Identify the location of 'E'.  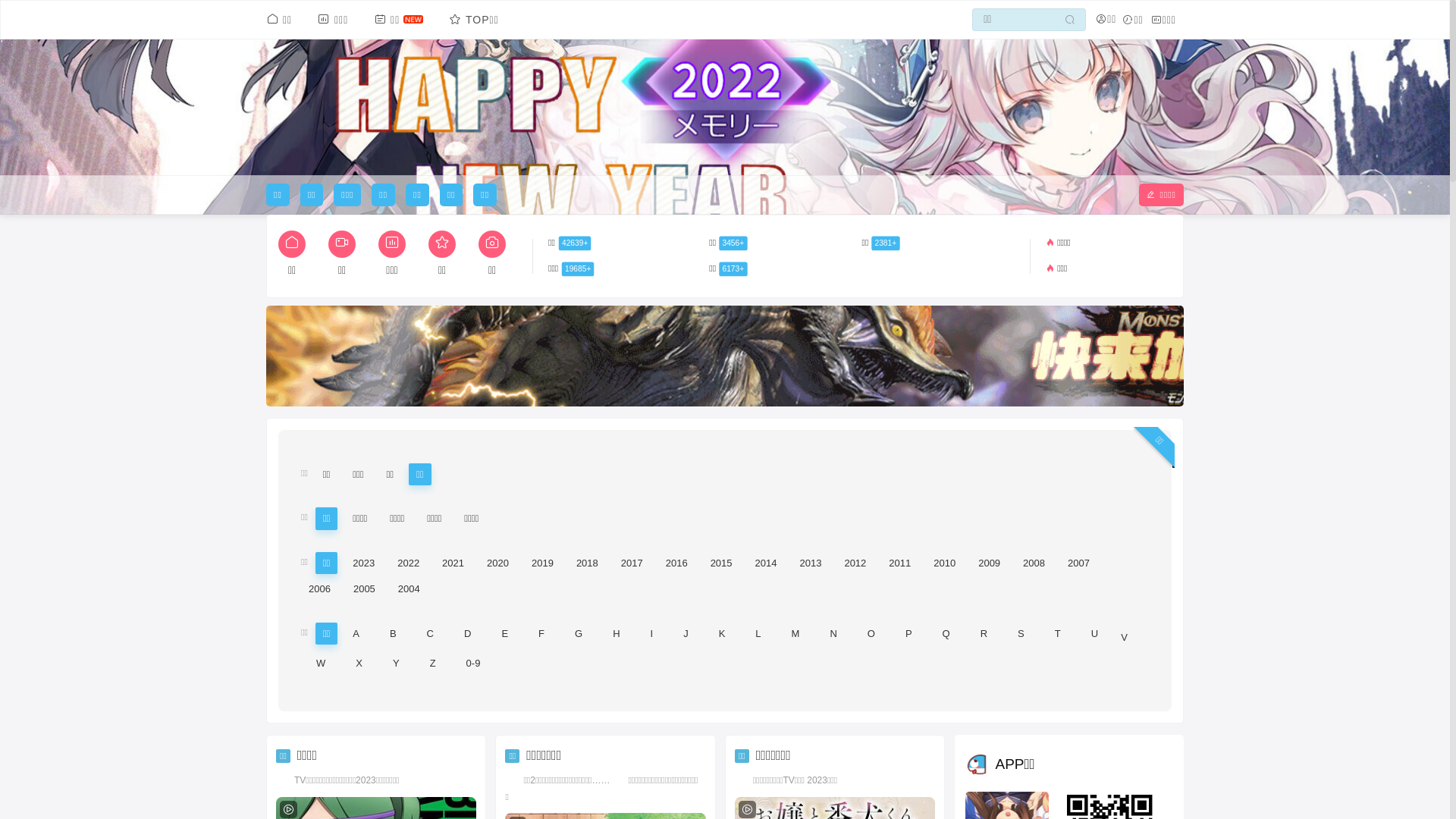
(504, 633).